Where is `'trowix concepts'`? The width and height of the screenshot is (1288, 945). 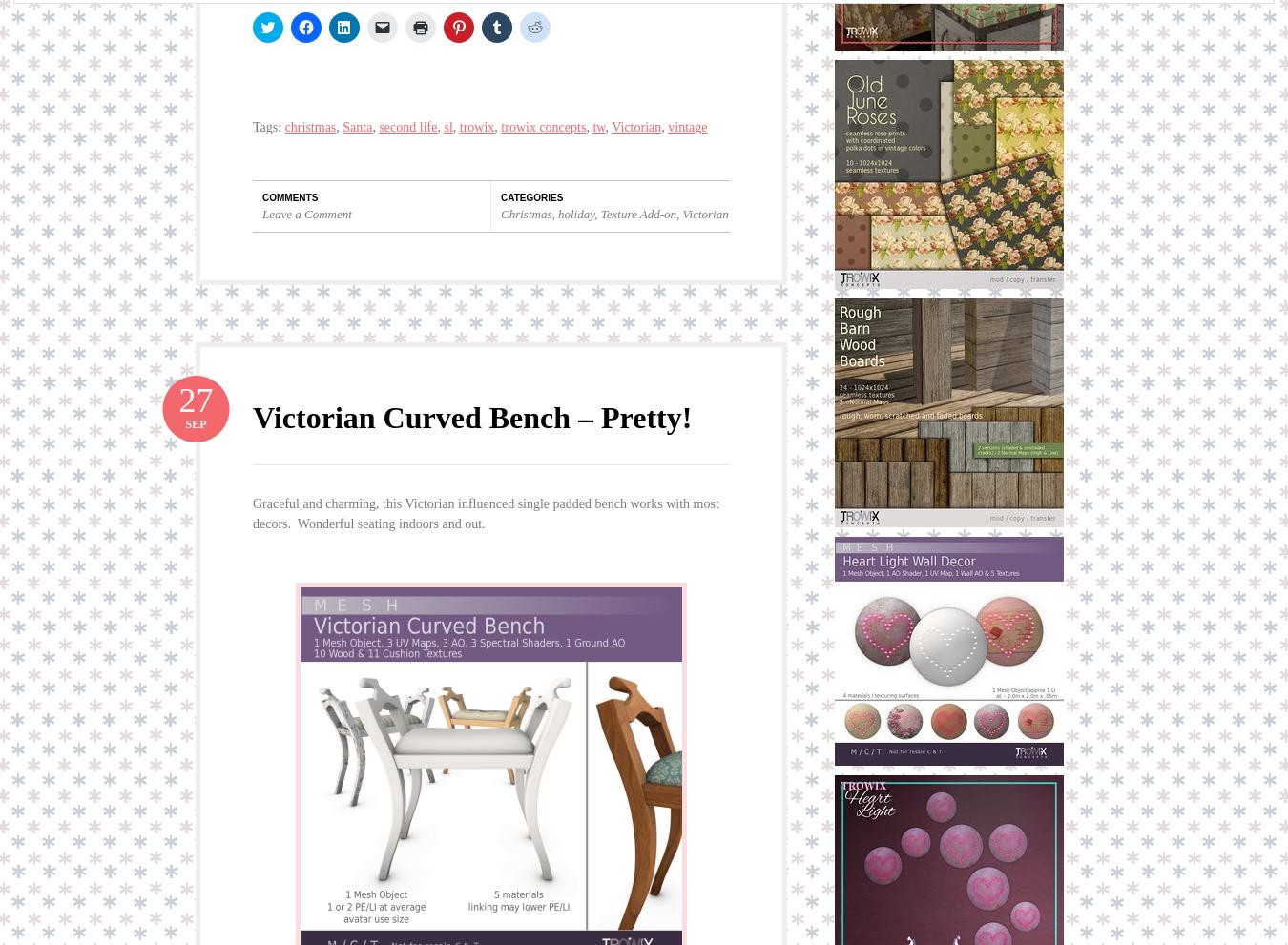
'trowix concepts' is located at coordinates (543, 126).